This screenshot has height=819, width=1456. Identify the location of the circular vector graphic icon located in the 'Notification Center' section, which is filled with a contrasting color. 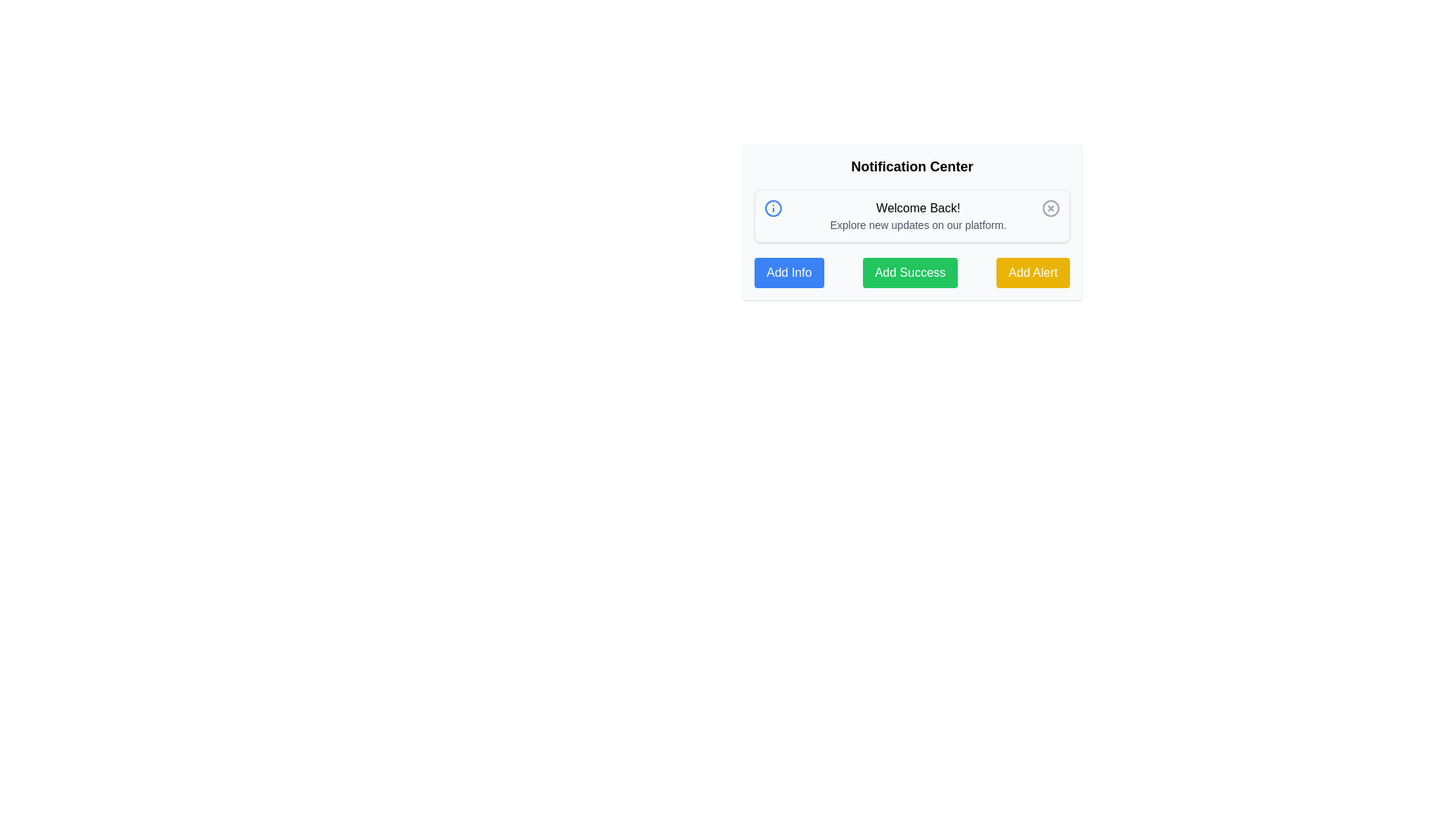
(773, 208).